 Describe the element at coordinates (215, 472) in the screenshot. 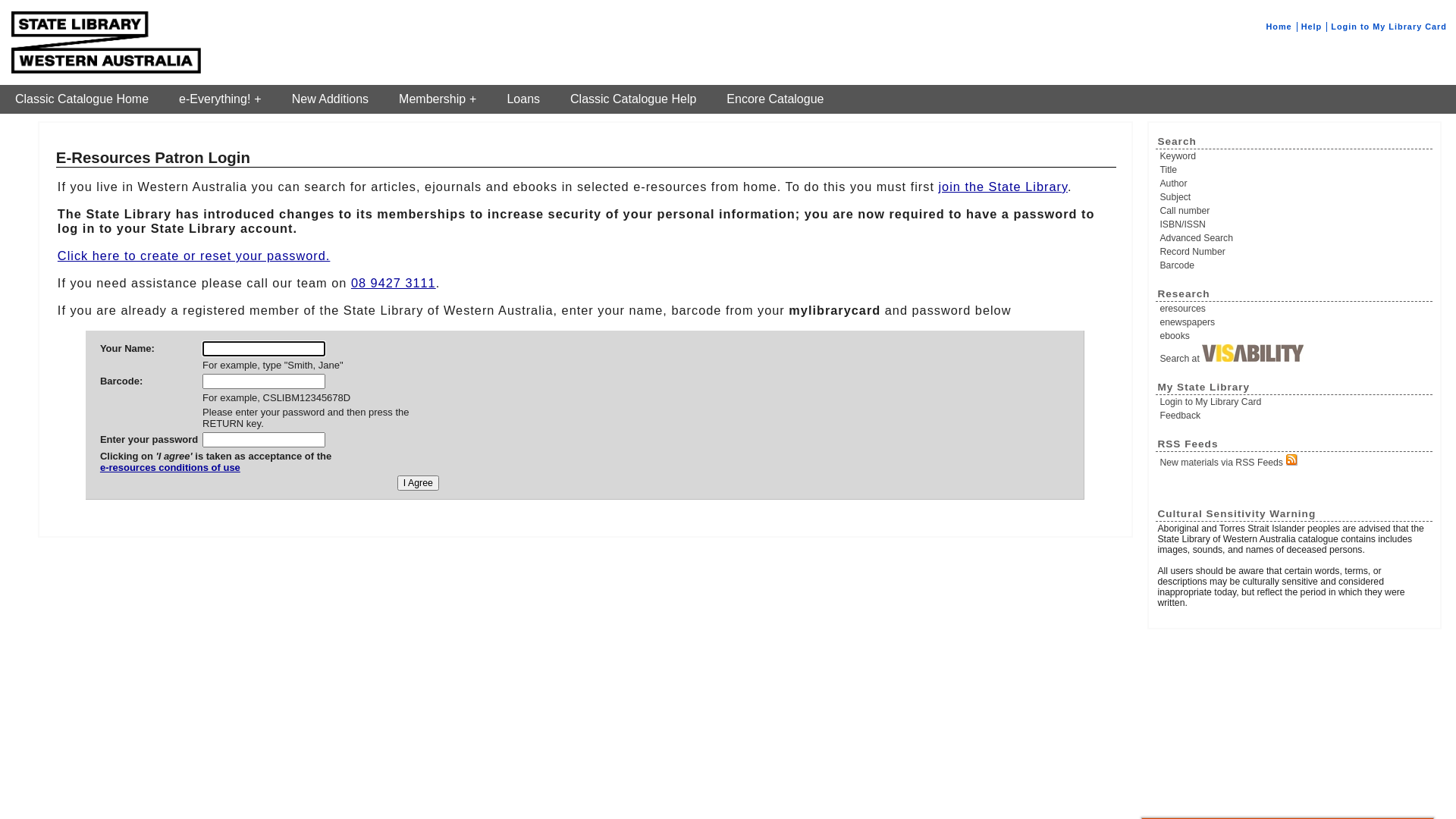

I see `'e-resources conditions of use'` at that location.